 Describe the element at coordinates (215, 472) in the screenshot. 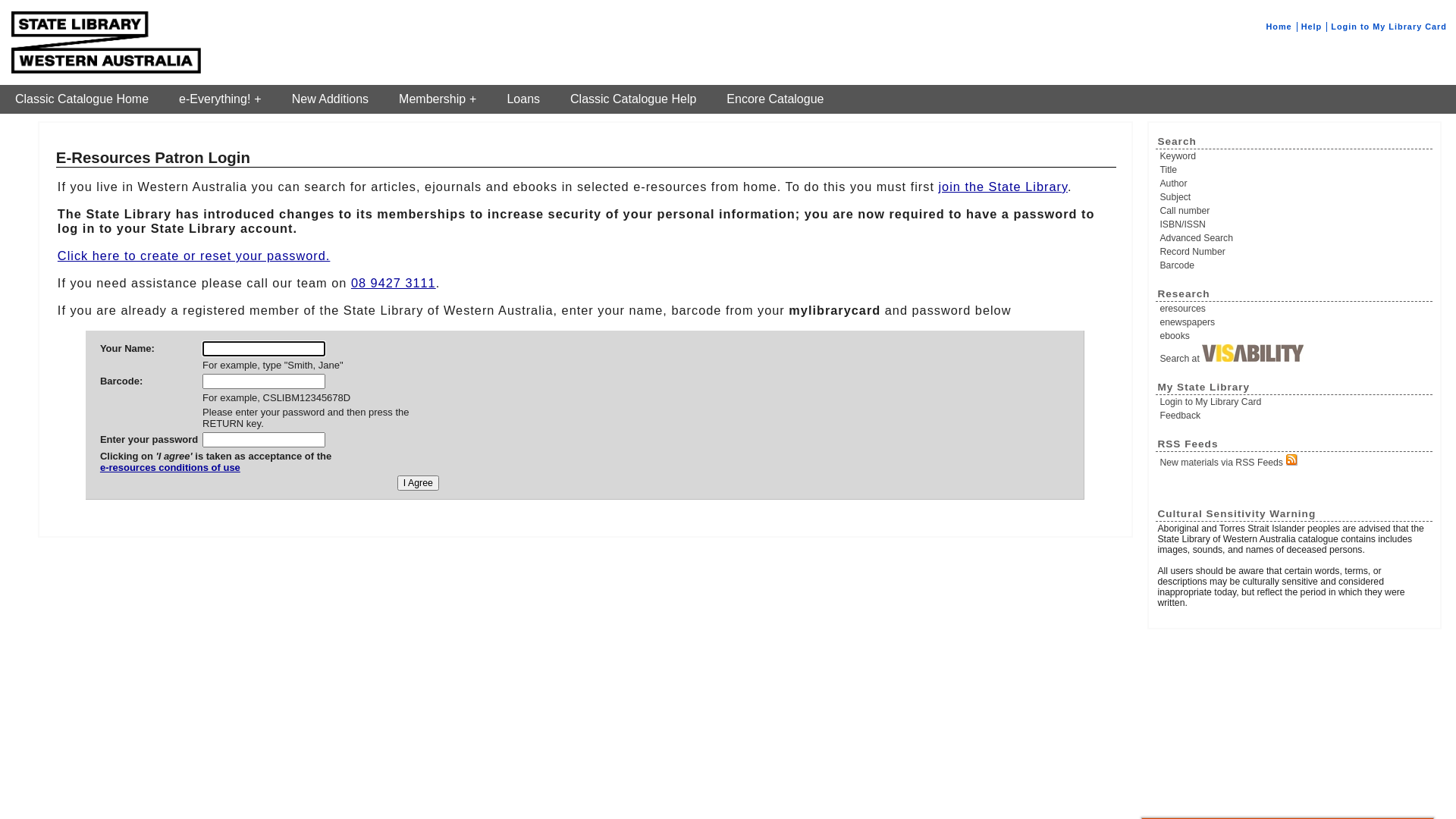

I see `'e-resources conditions of use'` at that location.